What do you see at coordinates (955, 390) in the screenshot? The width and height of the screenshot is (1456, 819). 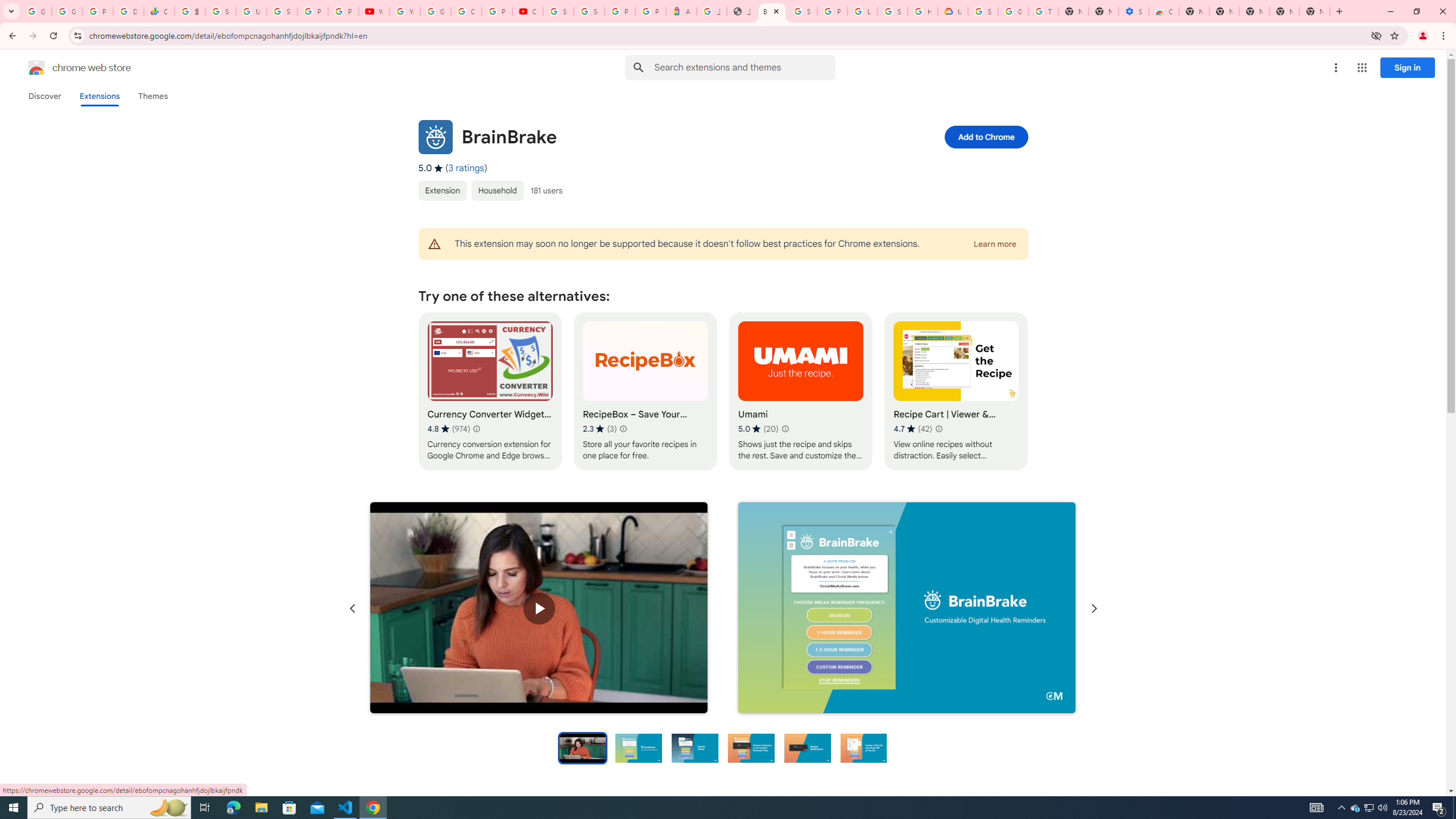 I see `'Recipe Cart | Viewer & Grocery Assistant'` at bounding box center [955, 390].